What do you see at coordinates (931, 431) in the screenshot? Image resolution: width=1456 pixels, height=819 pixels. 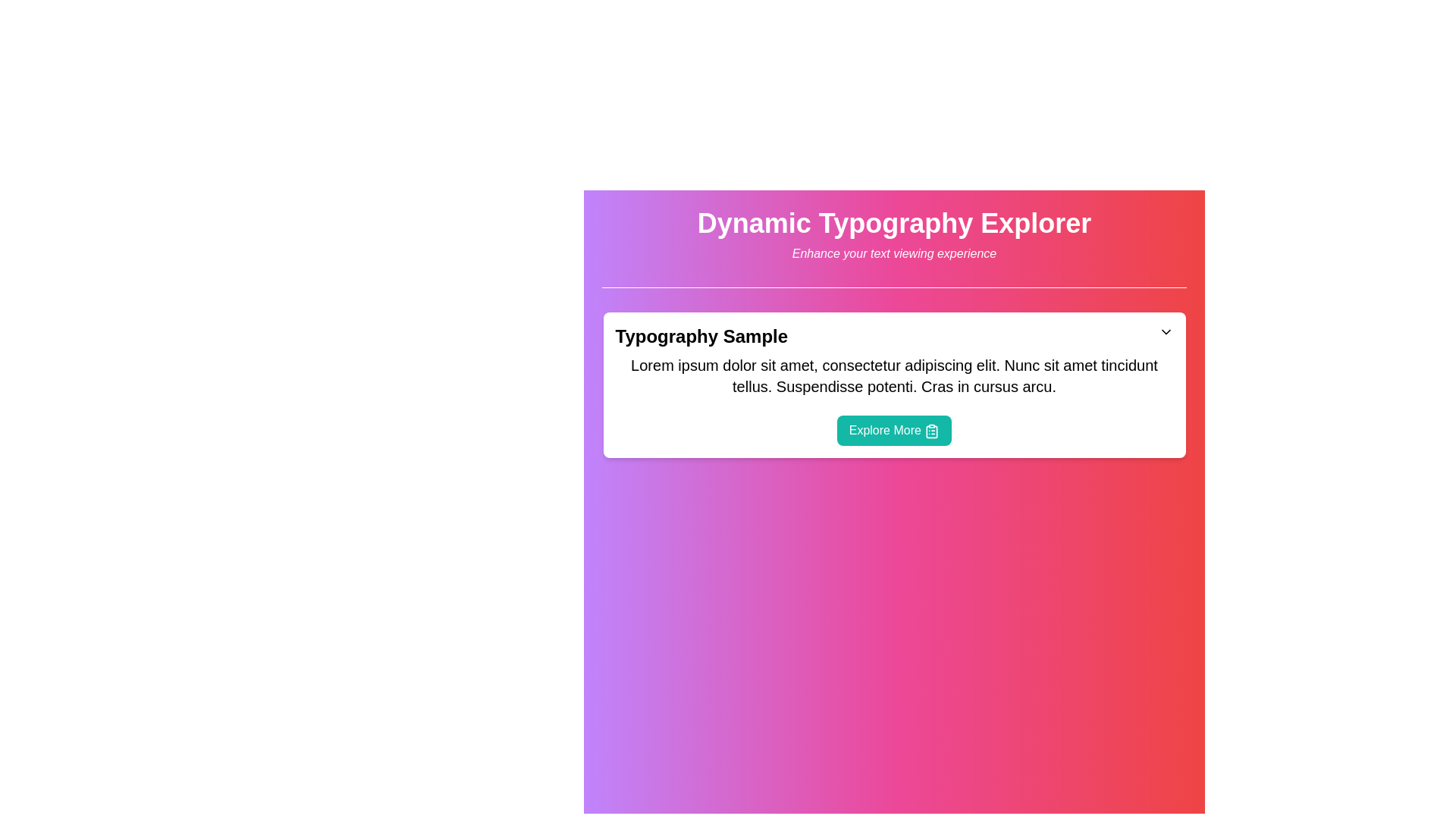 I see `the clipboard icon within the 'Explore More' button located at the bottom section of a white card` at bounding box center [931, 431].